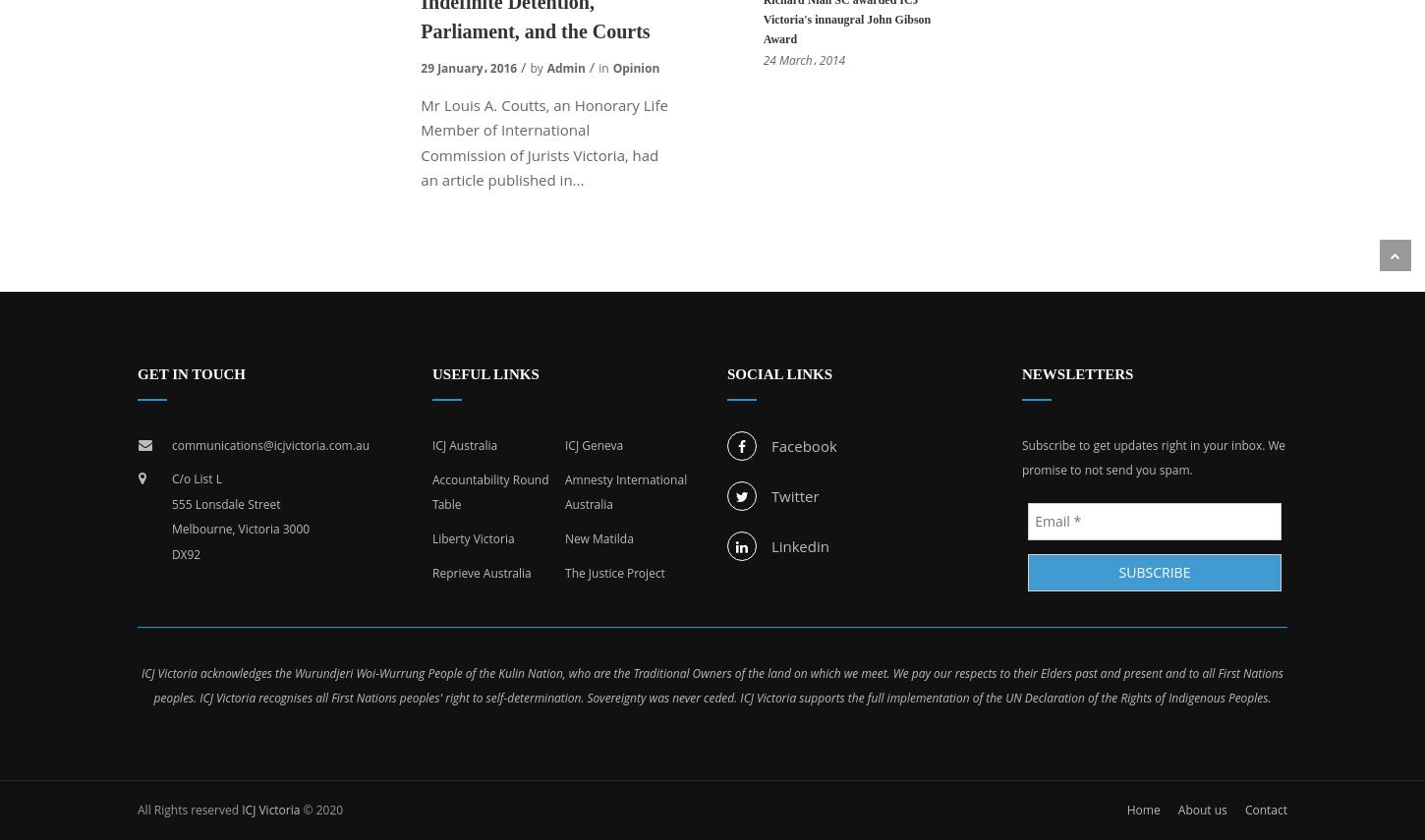 Image resolution: width=1425 pixels, height=840 pixels. I want to click on '555 Lonsdale Street', so click(224, 502).